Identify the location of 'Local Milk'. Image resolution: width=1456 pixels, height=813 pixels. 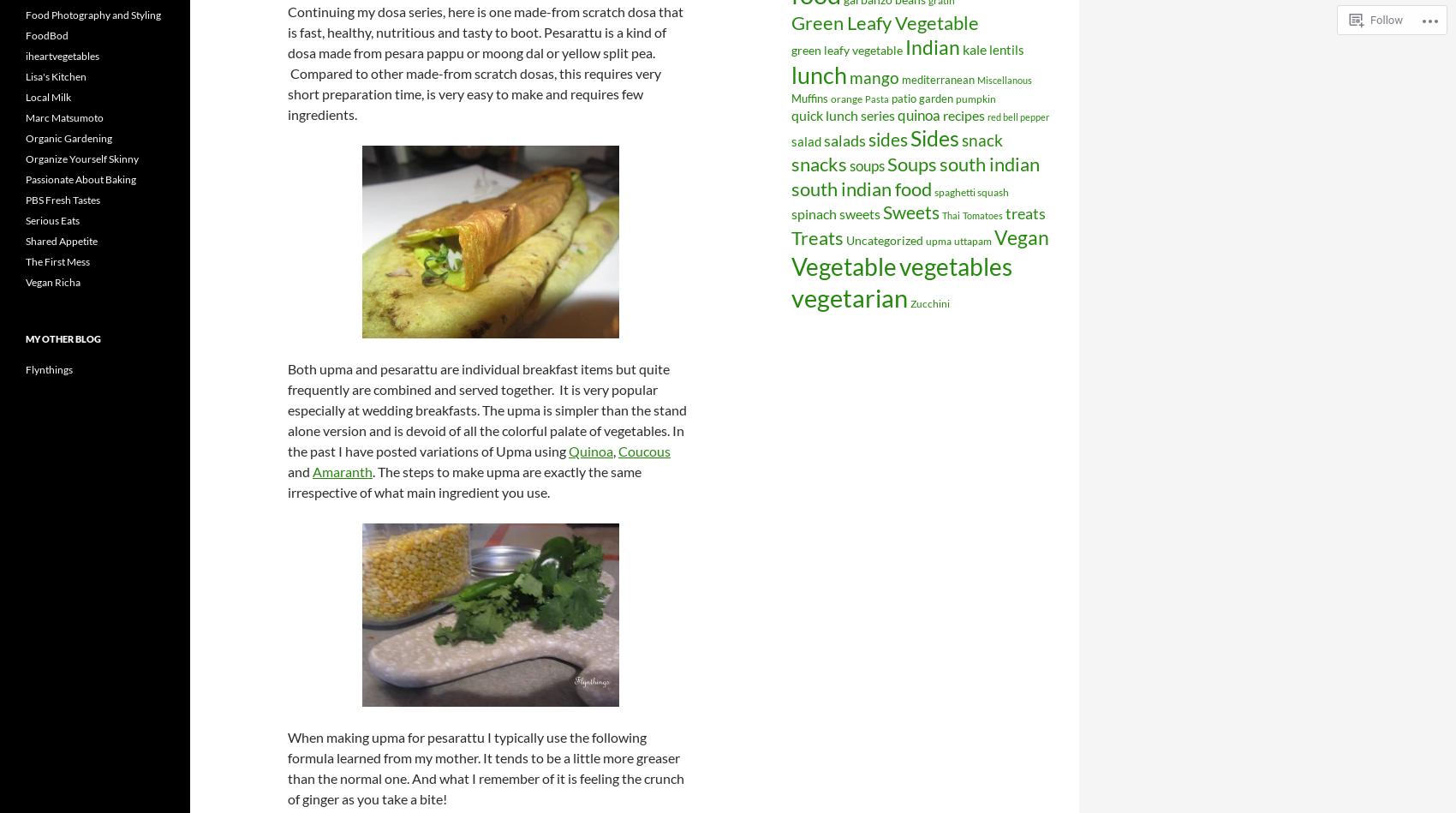
(48, 97).